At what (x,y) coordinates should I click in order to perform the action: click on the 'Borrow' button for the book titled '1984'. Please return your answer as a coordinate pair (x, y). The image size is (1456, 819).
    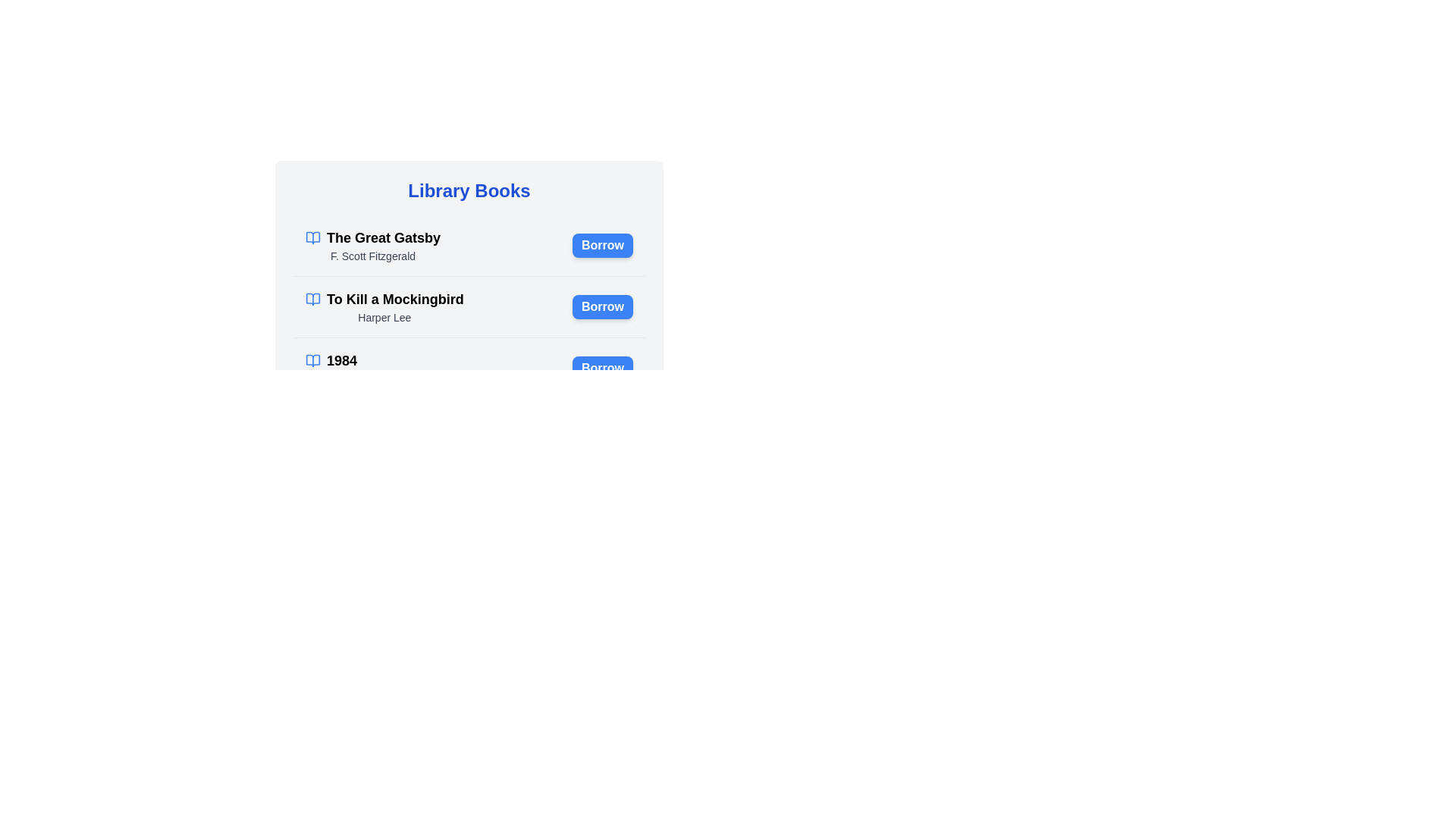
    Looking at the image, I should click on (602, 369).